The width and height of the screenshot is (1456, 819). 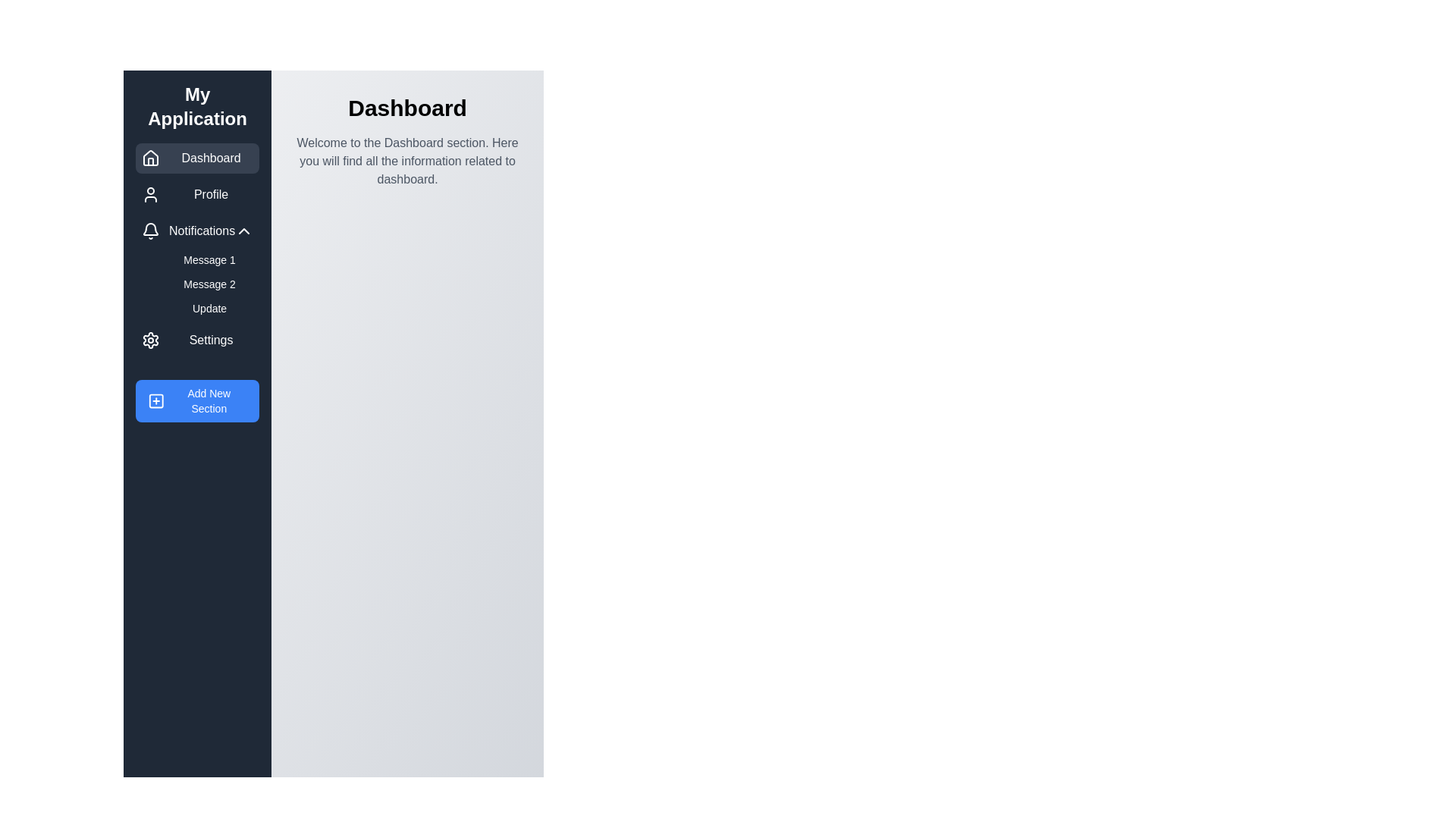 What do you see at coordinates (210, 158) in the screenshot?
I see `the 'Dashboard' text label within the sidebar menu, which is styled with a white font on a dark background and is the first item under the 'My Application' section` at bounding box center [210, 158].